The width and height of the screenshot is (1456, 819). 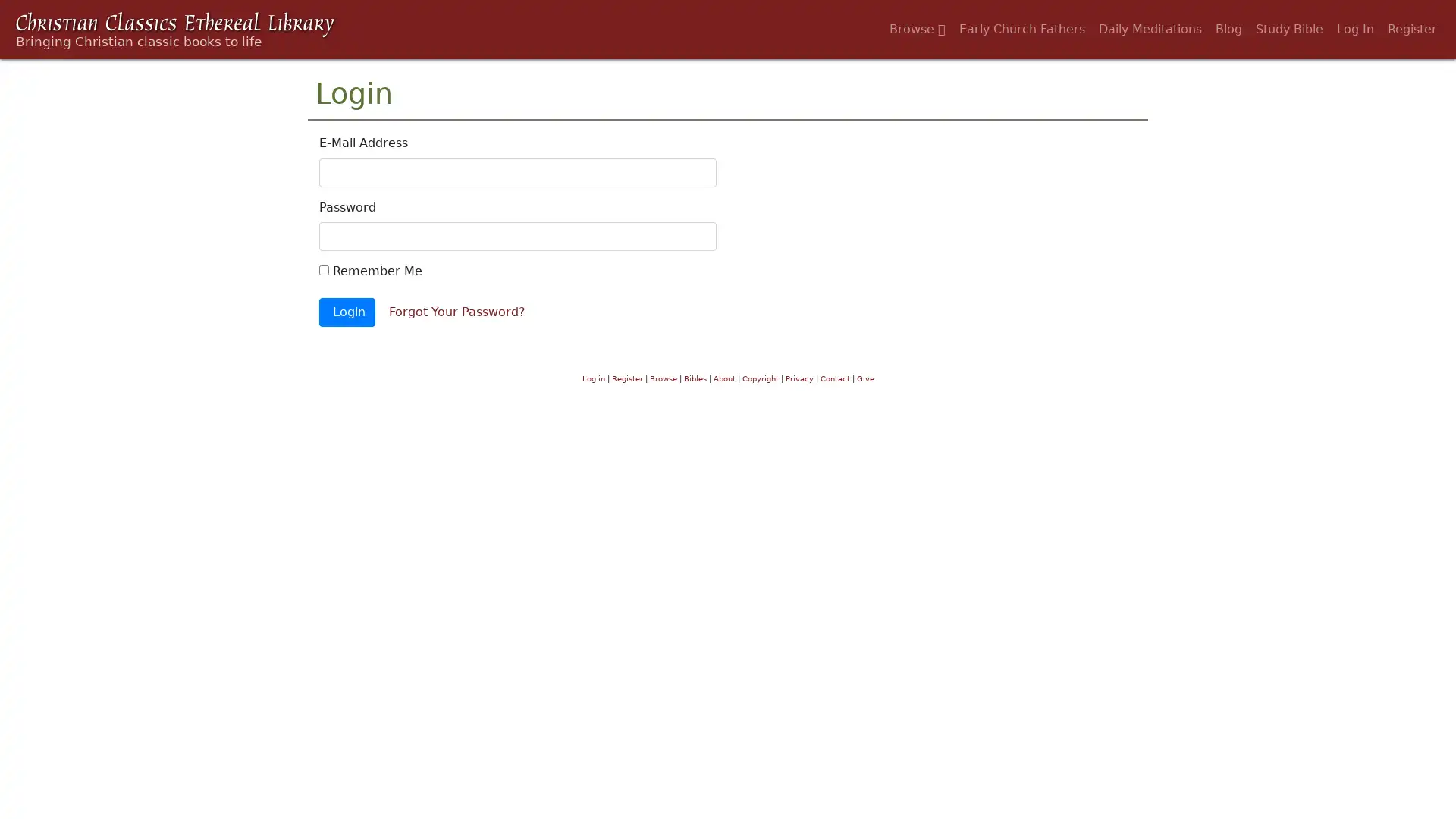 What do you see at coordinates (346, 312) in the screenshot?
I see `Login` at bounding box center [346, 312].